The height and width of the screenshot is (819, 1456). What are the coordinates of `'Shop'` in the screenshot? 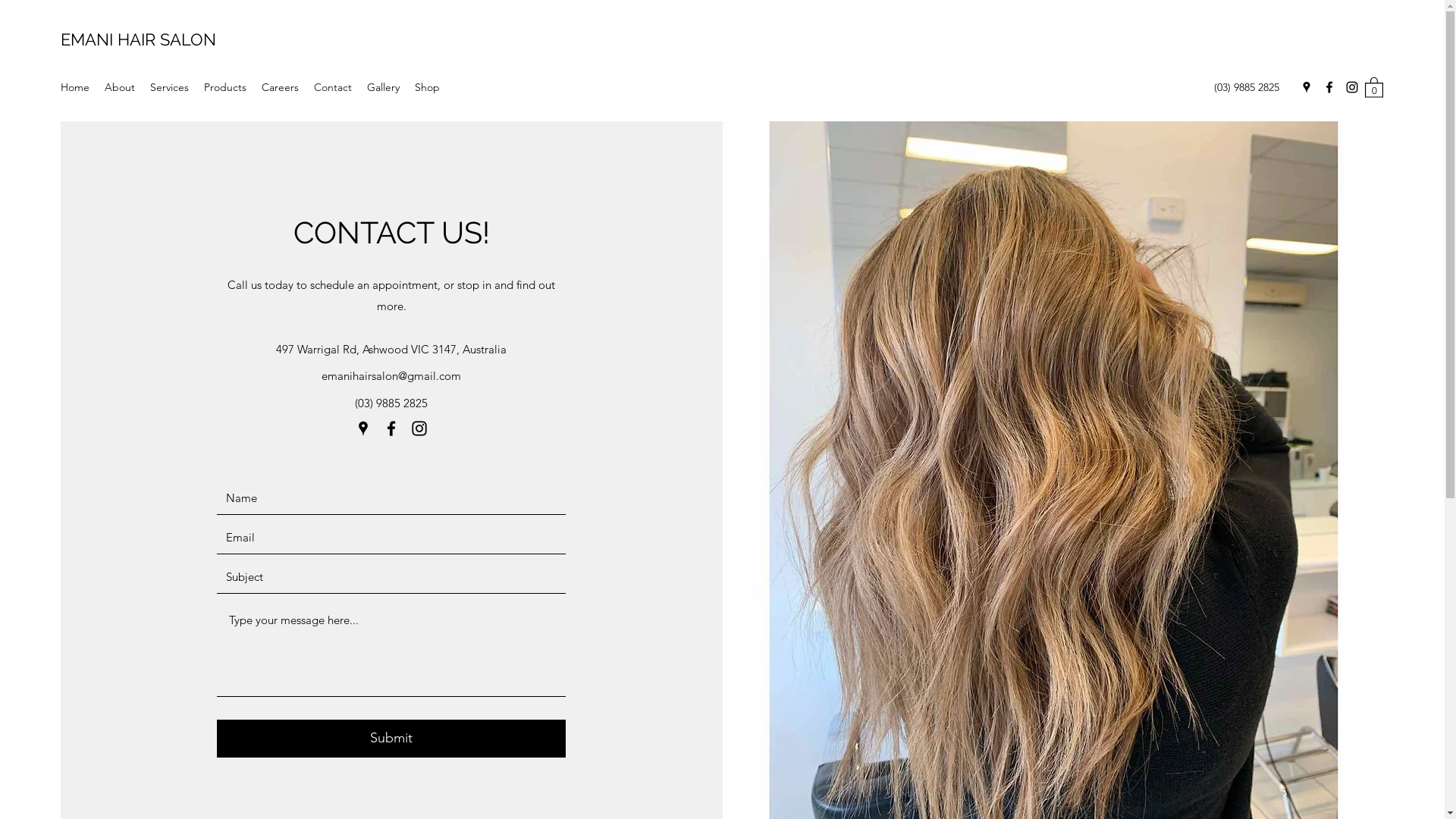 It's located at (426, 87).